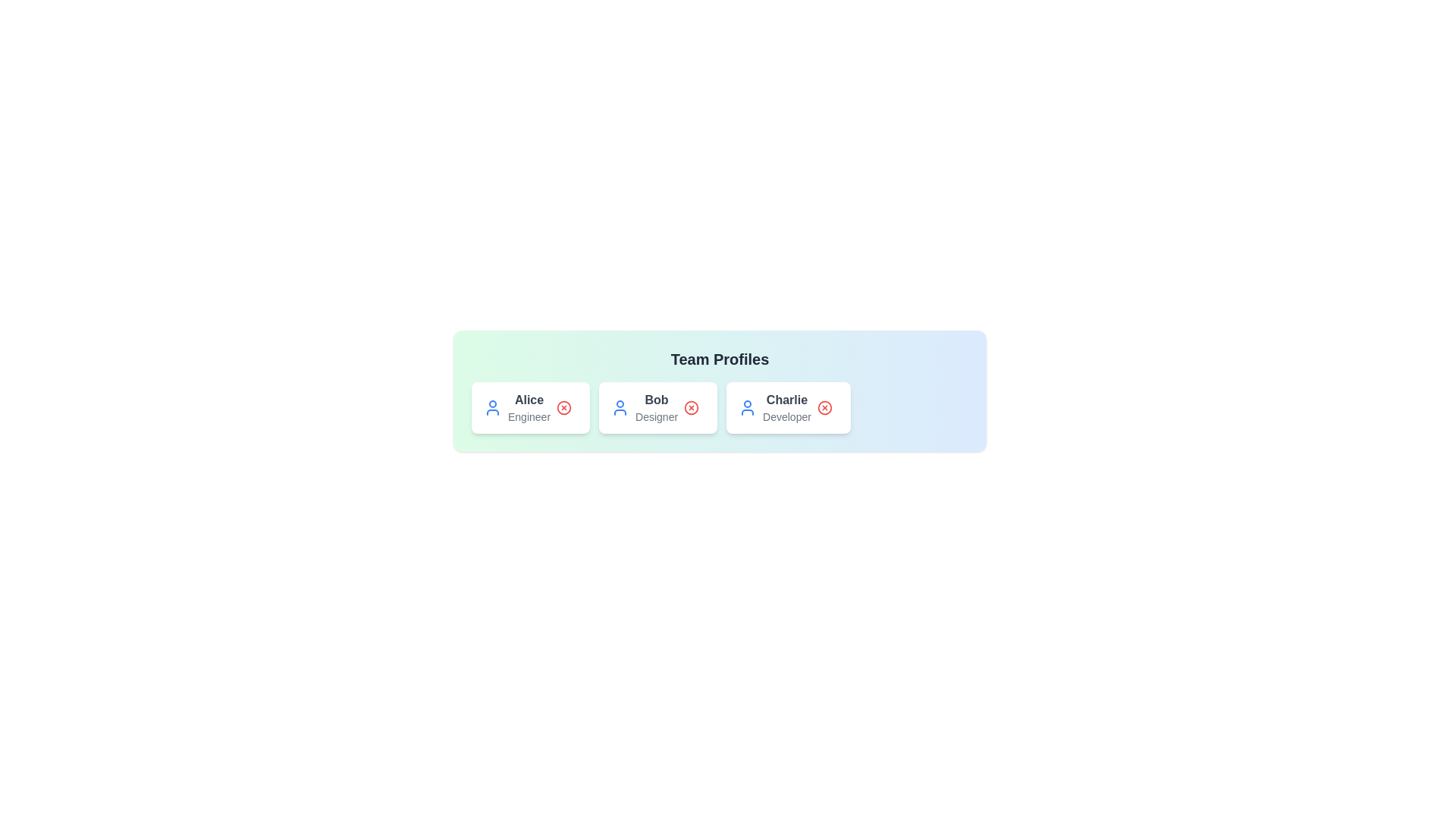 This screenshot has width=1456, height=819. I want to click on remove button for the profile named Alice, so click(563, 406).